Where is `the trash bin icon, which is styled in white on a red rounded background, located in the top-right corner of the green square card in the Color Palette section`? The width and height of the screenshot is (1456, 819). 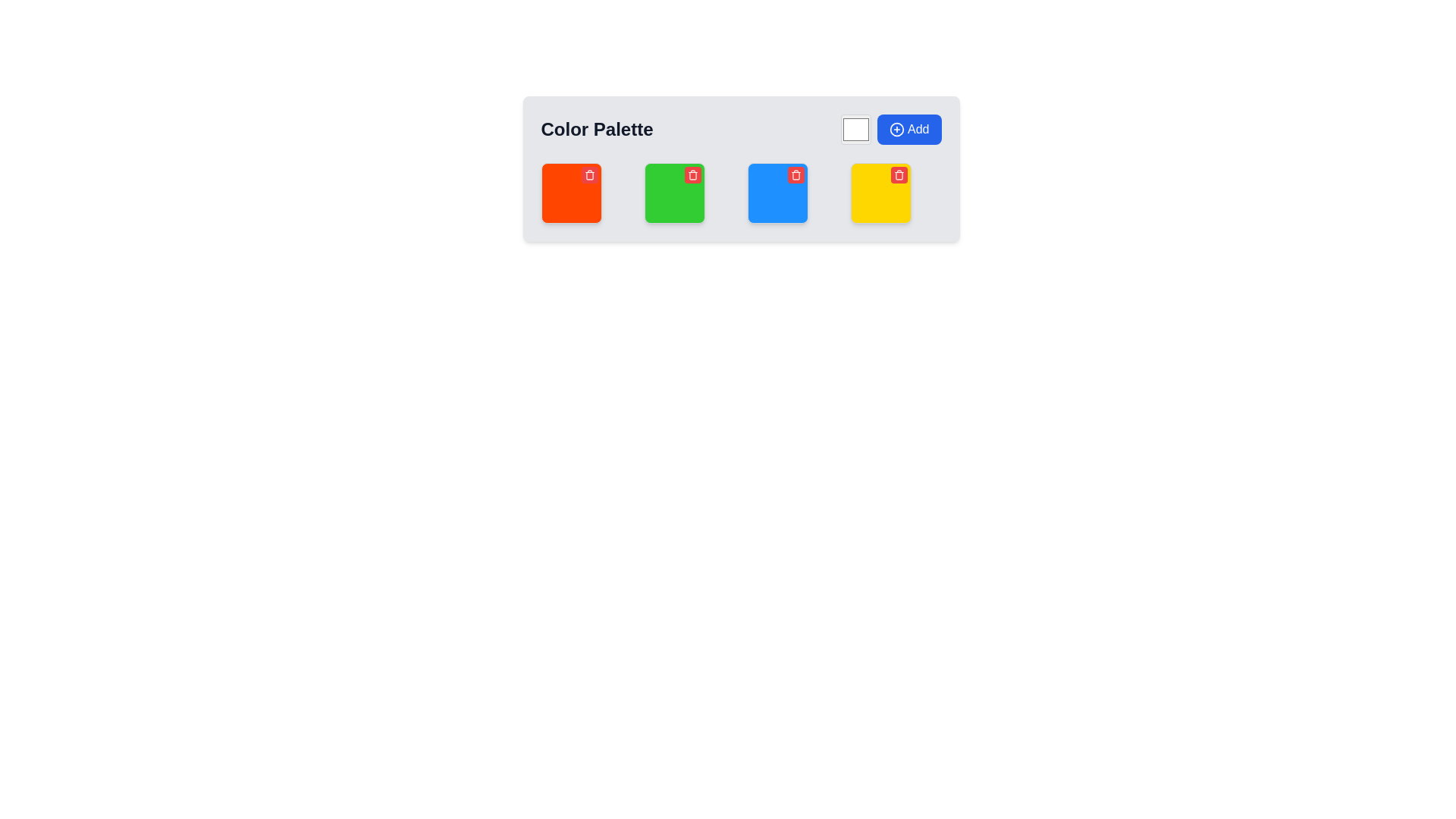
the trash bin icon, which is styled in white on a red rounded background, located in the top-right corner of the green square card in the Color Palette section is located at coordinates (692, 174).